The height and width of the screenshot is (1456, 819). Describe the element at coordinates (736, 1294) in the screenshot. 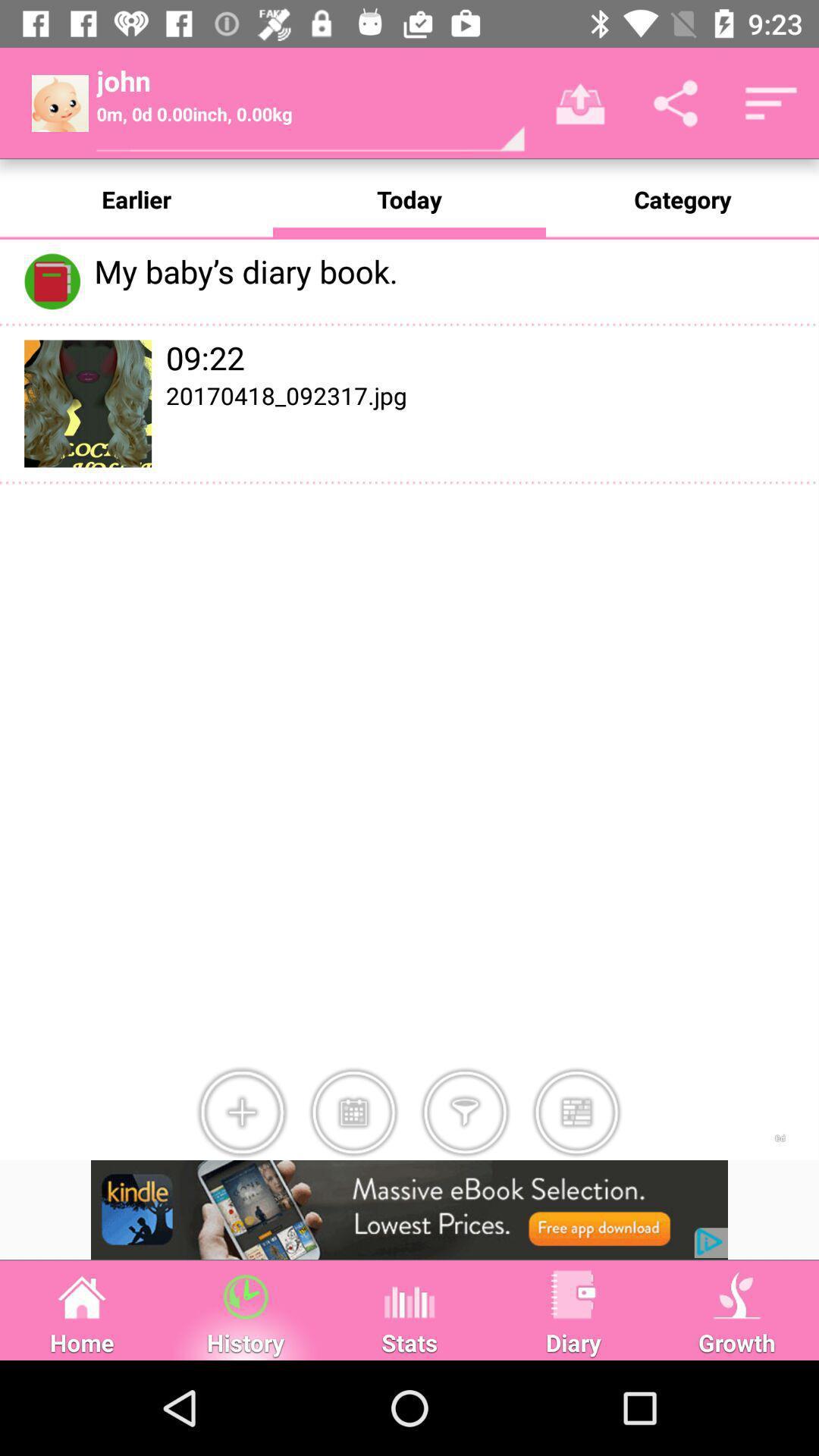

I see `the icon on the top of growth text` at that location.